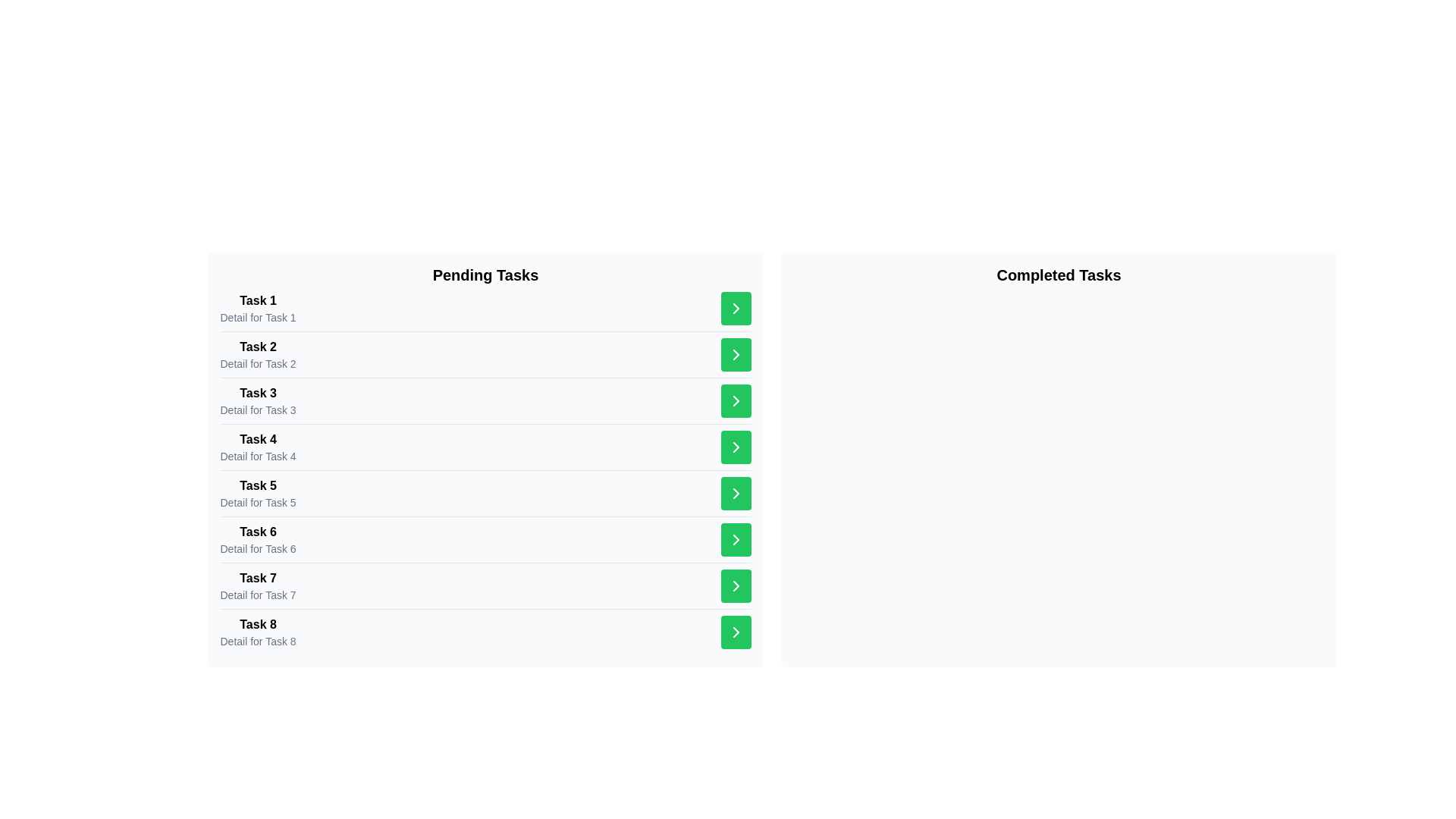 Image resolution: width=1456 pixels, height=819 pixels. What do you see at coordinates (736, 354) in the screenshot?
I see `the green 'Next' button with a right-facing arrow icon located at the far right of the second row in the 'Pending Tasks' list` at bounding box center [736, 354].